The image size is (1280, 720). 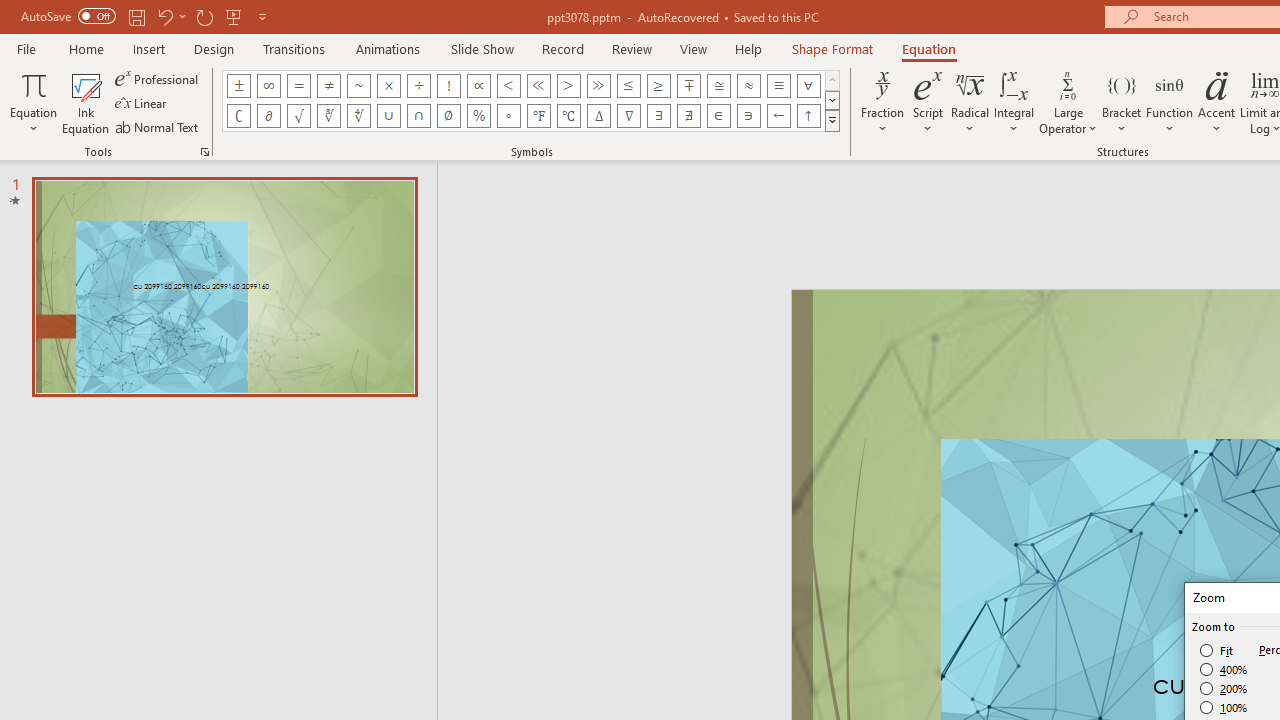 I want to click on 'Equation Symbol There Exists', so click(x=659, y=115).